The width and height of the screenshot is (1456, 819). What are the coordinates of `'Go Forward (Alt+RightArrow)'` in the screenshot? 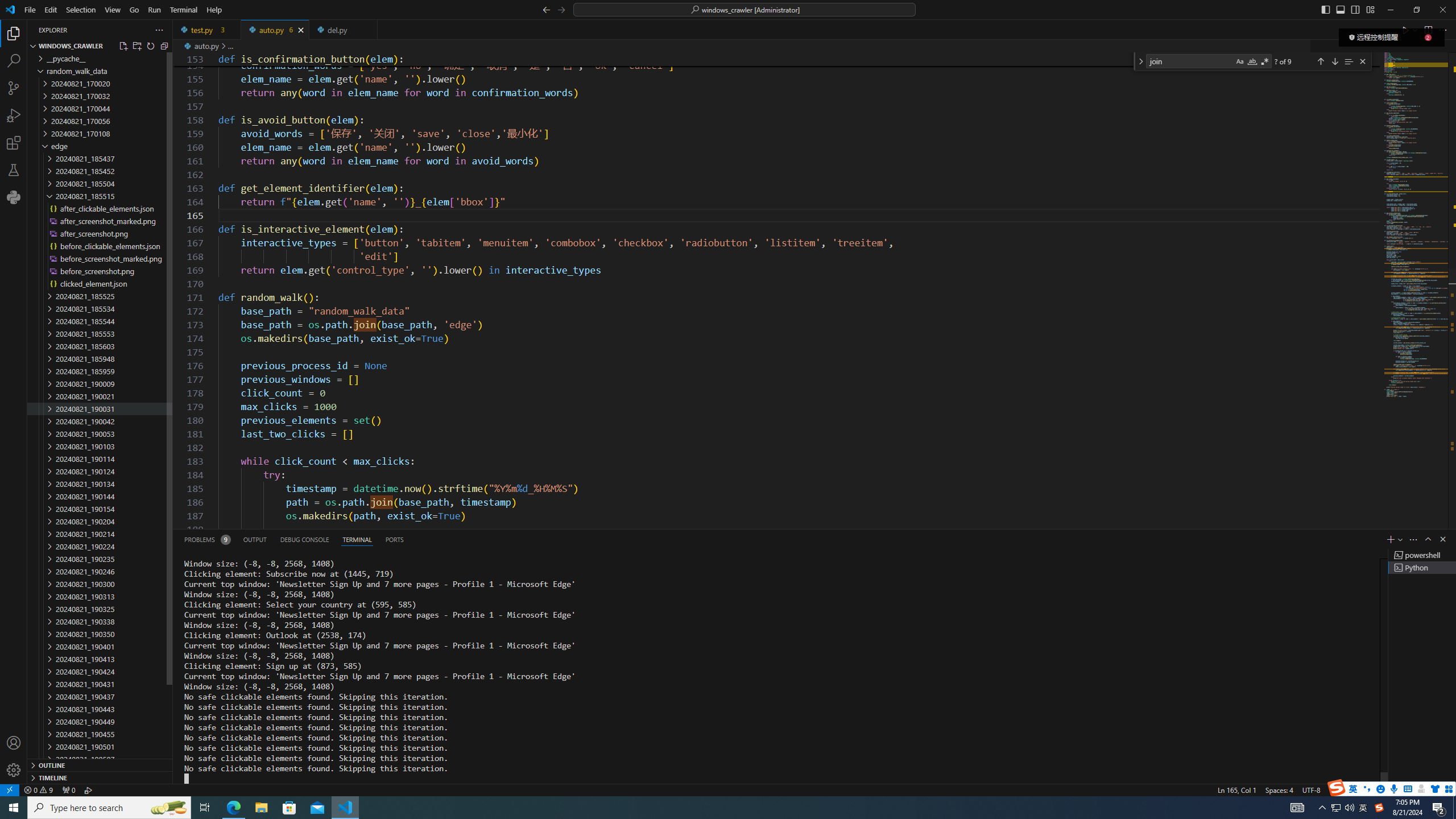 It's located at (561, 9).